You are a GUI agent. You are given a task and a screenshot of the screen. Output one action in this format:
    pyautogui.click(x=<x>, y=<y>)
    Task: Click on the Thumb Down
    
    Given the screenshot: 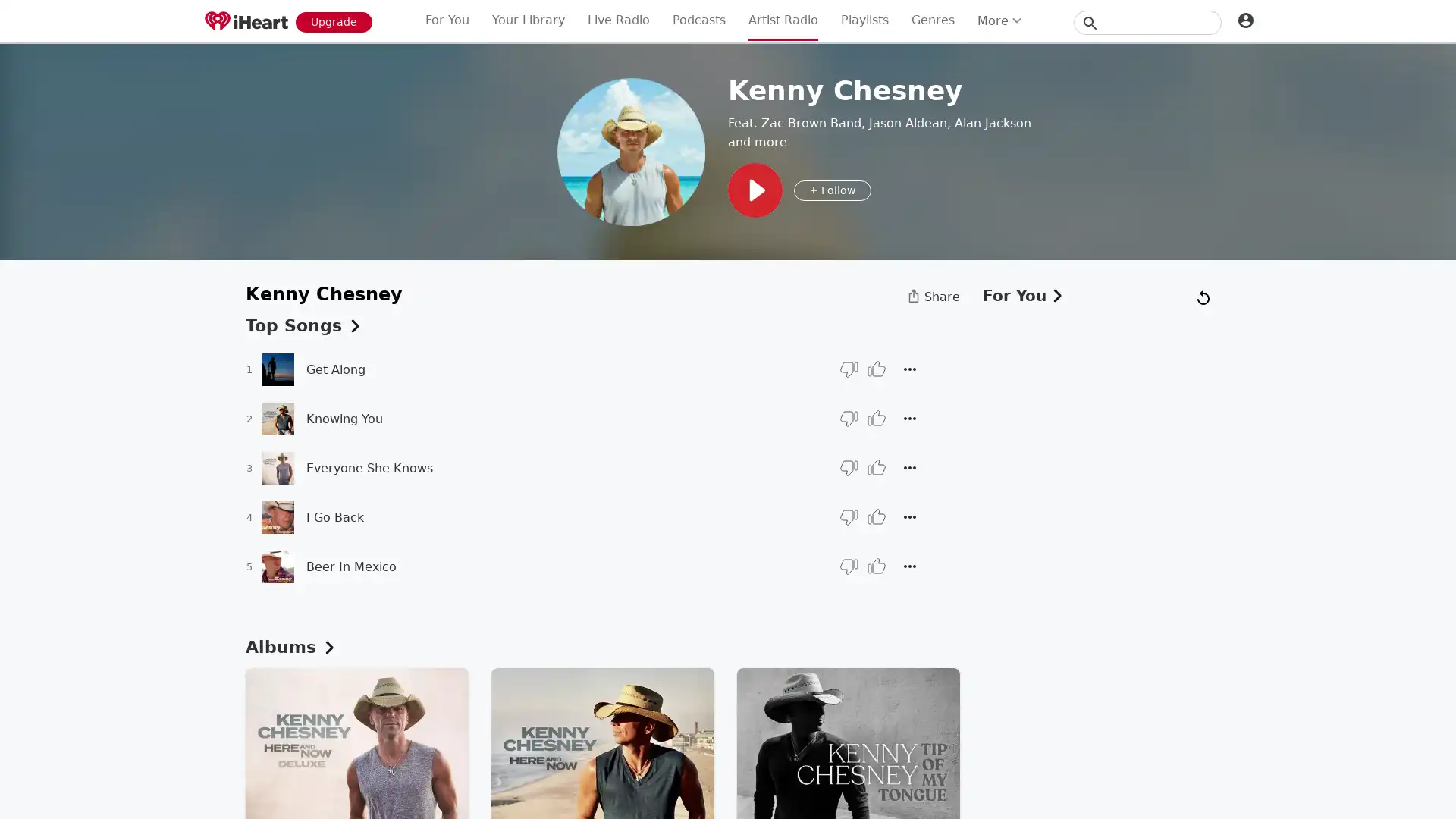 What is the action you would take?
    pyautogui.click(x=848, y=369)
    